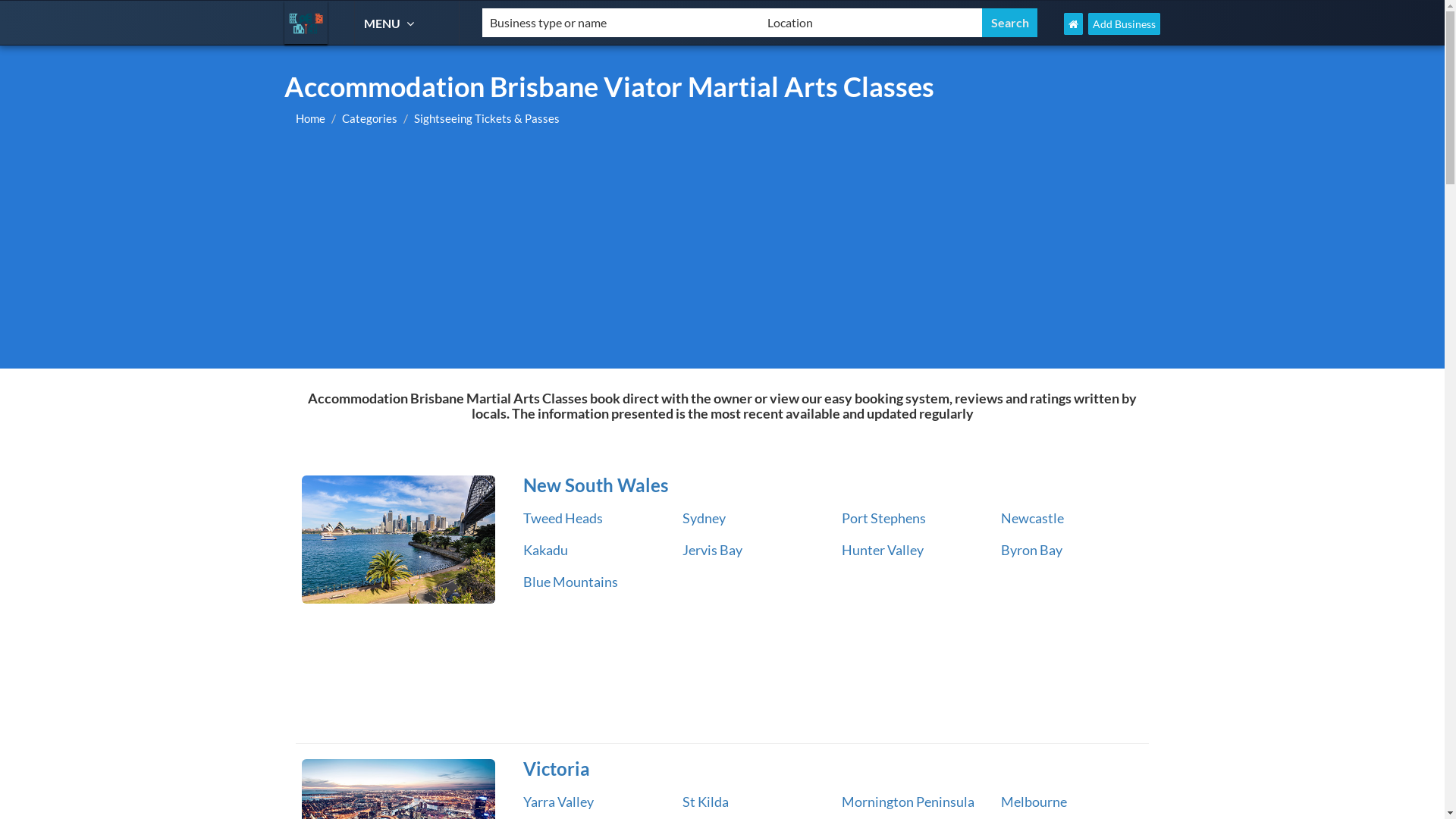 The image size is (1456, 819). Describe the element at coordinates (1009, 23) in the screenshot. I see `'Search'` at that location.